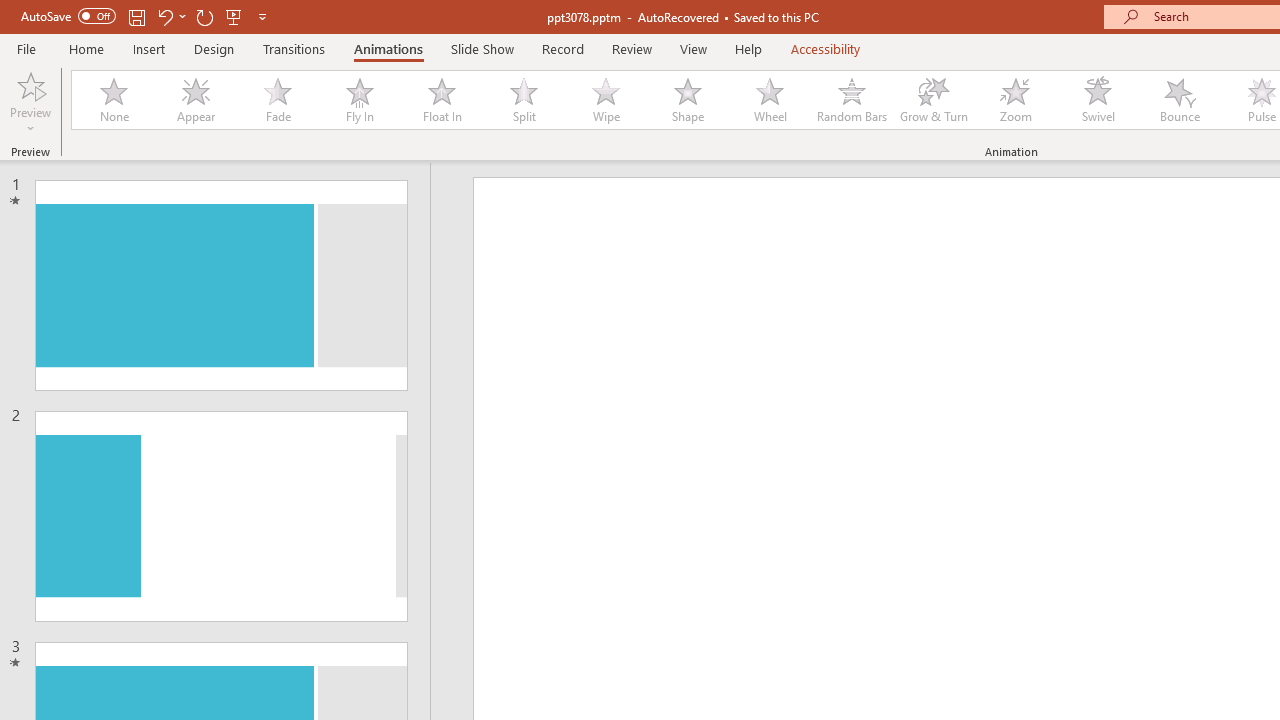  What do you see at coordinates (852, 100) in the screenshot?
I see `'Random Bars'` at bounding box center [852, 100].